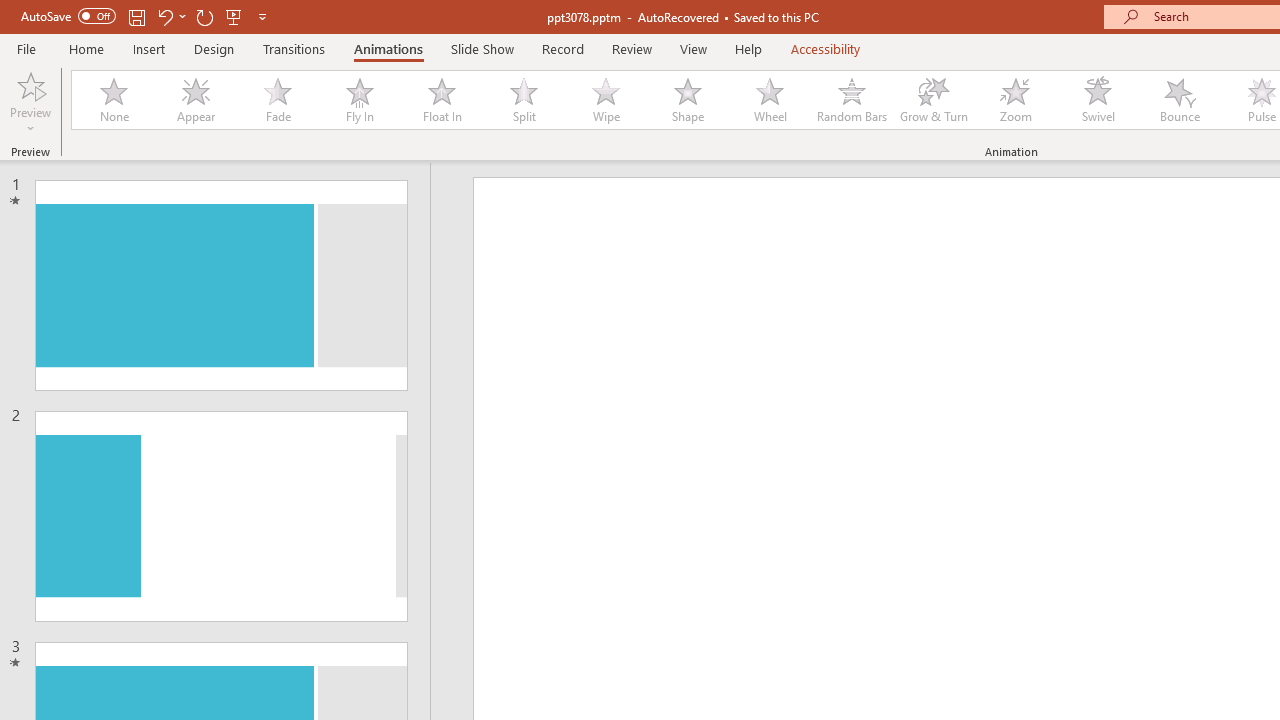  What do you see at coordinates (852, 100) in the screenshot?
I see `'Random Bars'` at bounding box center [852, 100].